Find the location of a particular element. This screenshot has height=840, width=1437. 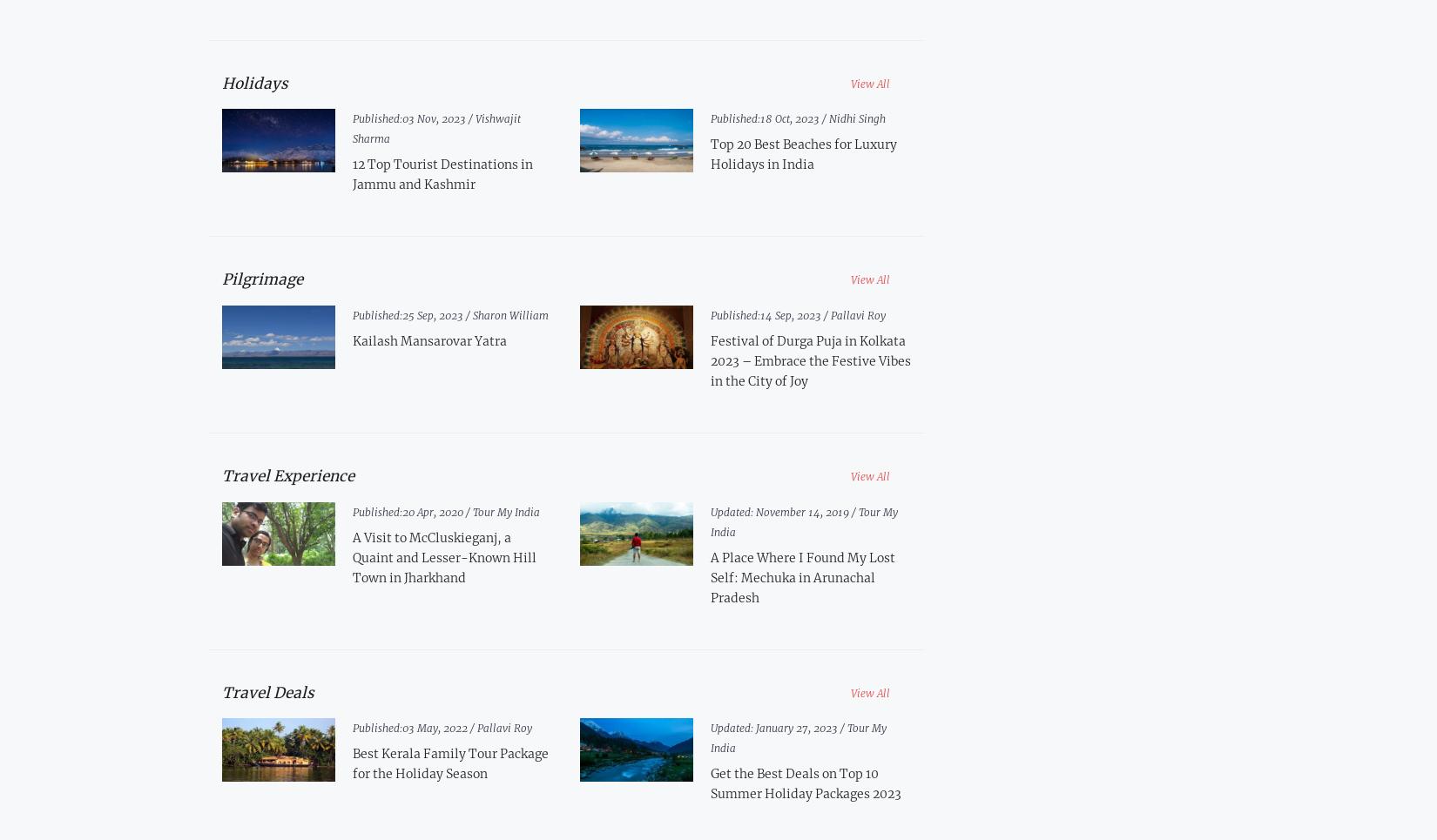

'Vishwajit Sharma' is located at coordinates (435, 129).